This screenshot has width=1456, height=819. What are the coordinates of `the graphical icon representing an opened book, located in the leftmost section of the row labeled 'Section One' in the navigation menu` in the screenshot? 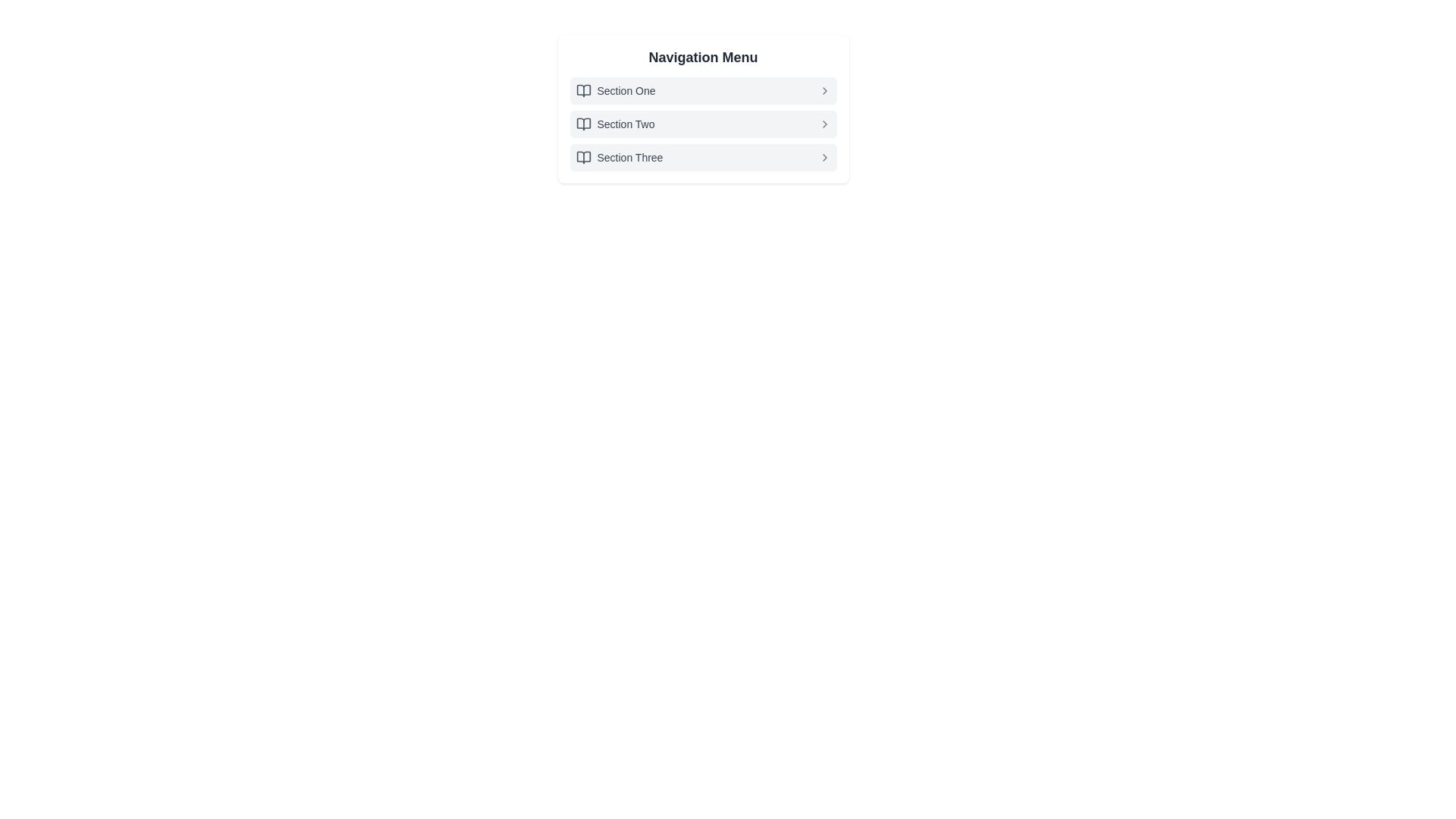 It's located at (582, 90).